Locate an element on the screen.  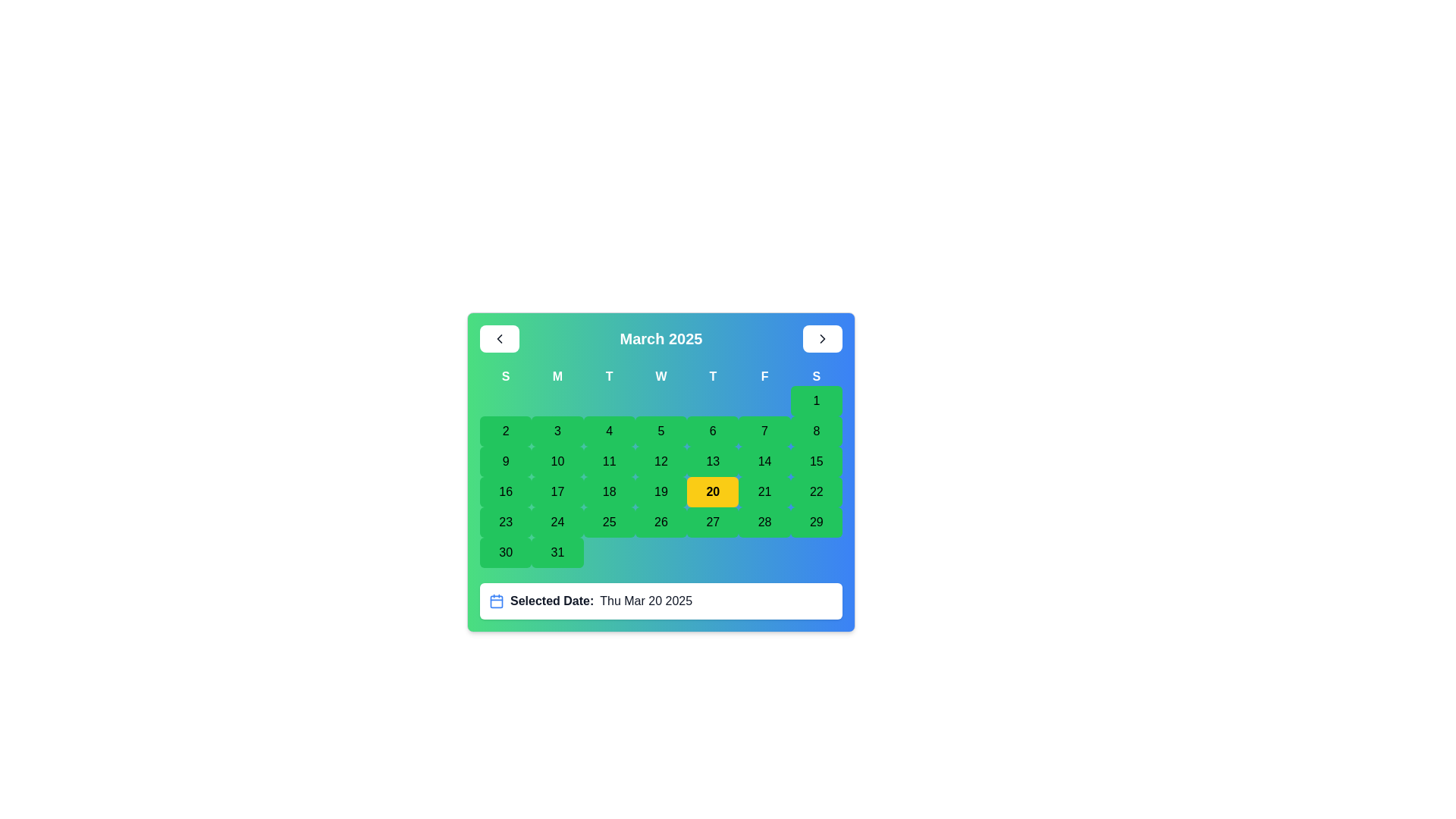
the green button with the bold number '6' in the first row, sixth column of the calendar grid is located at coordinates (712, 431).